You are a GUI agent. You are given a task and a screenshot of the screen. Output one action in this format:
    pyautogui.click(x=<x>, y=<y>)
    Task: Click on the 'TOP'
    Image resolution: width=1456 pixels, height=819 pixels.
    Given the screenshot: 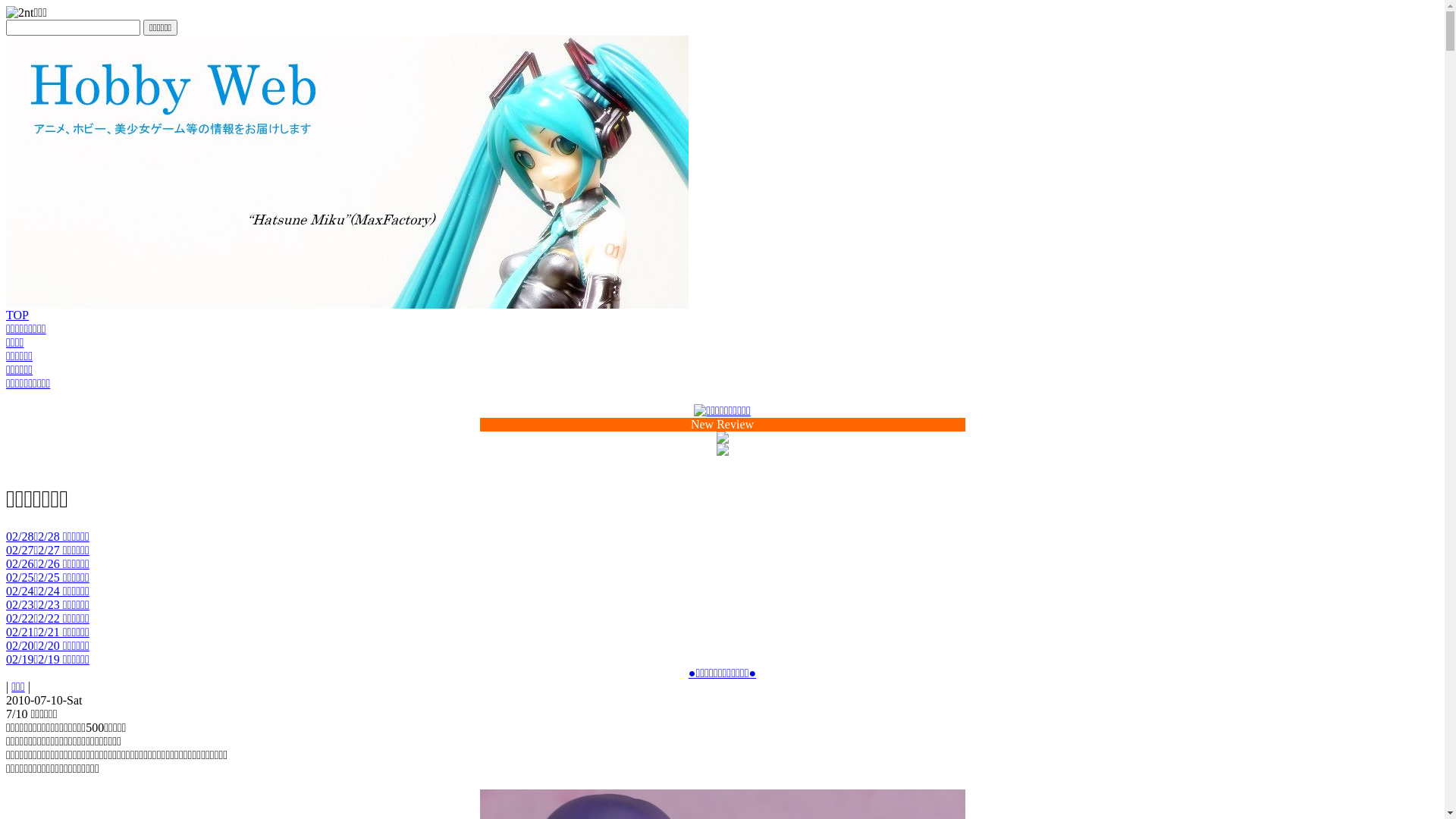 What is the action you would take?
    pyautogui.click(x=17, y=314)
    